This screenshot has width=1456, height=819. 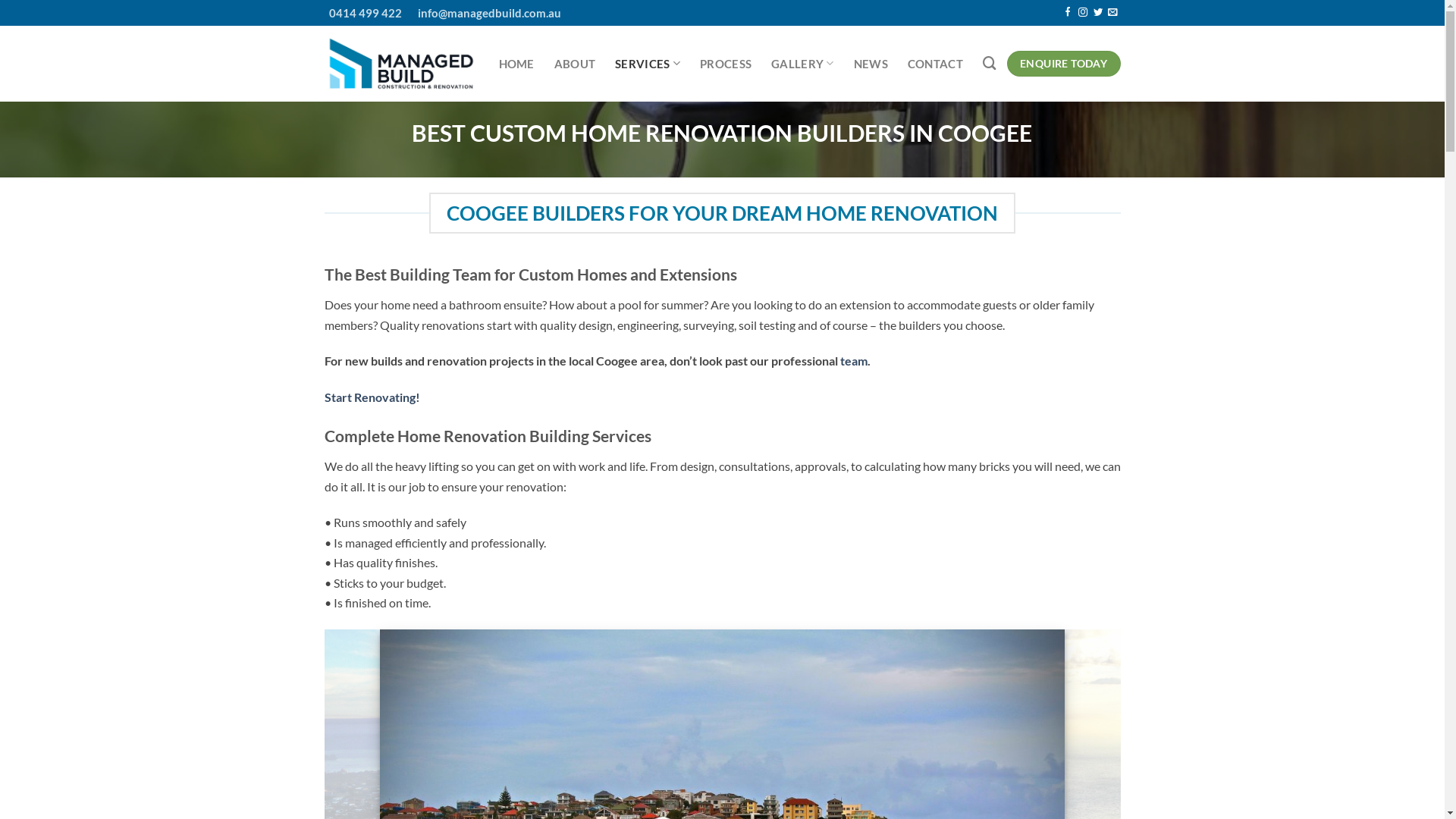 What do you see at coordinates (400, 63) in the screenshot?
I see `'Managed Build - Renovations | New Builds | Extensions'` at bounding box center [400, 63].